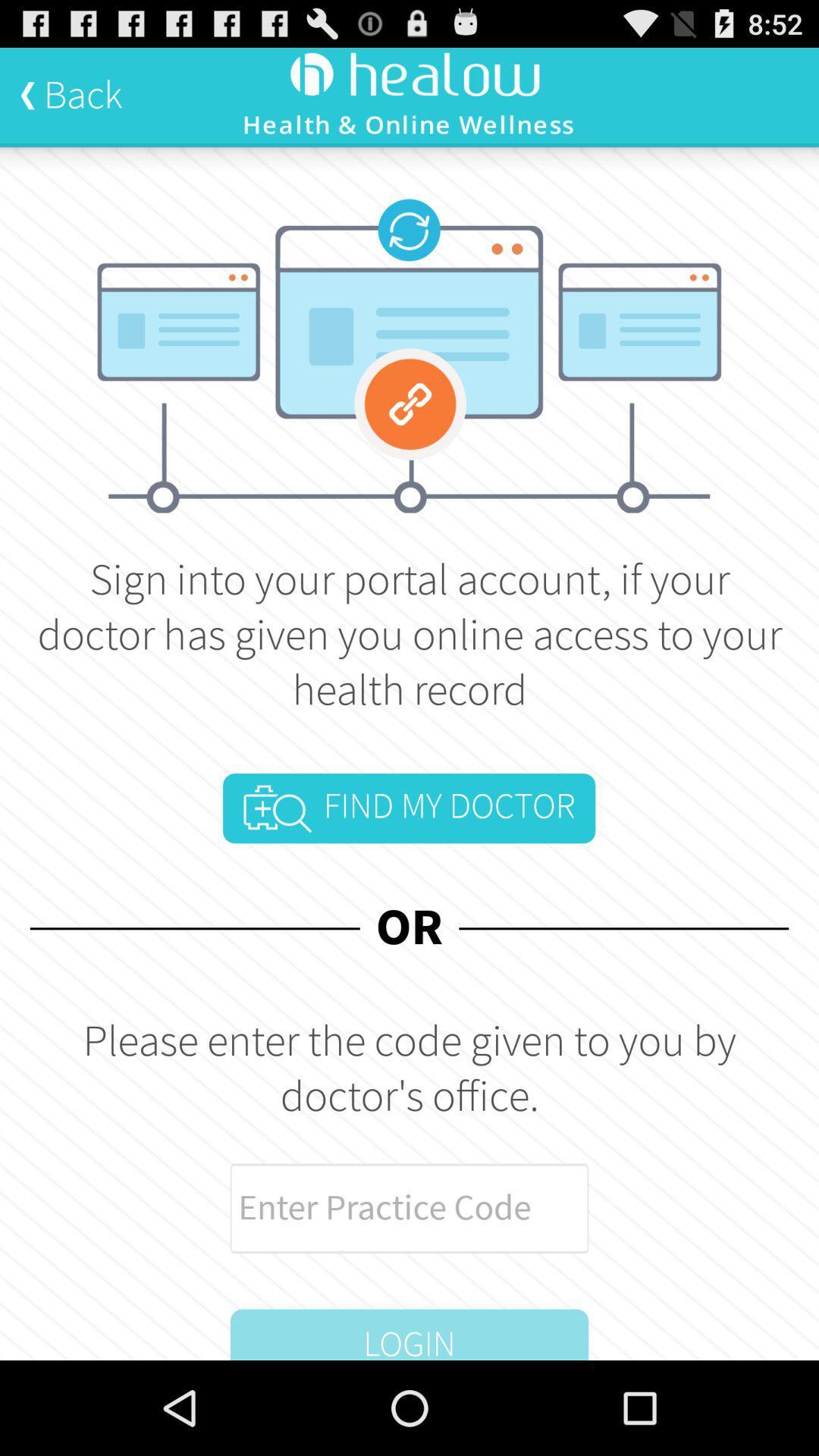 The height and width of the screenshot is (1456, 819). I want to click on icon above the login item, so click(409, 1207).